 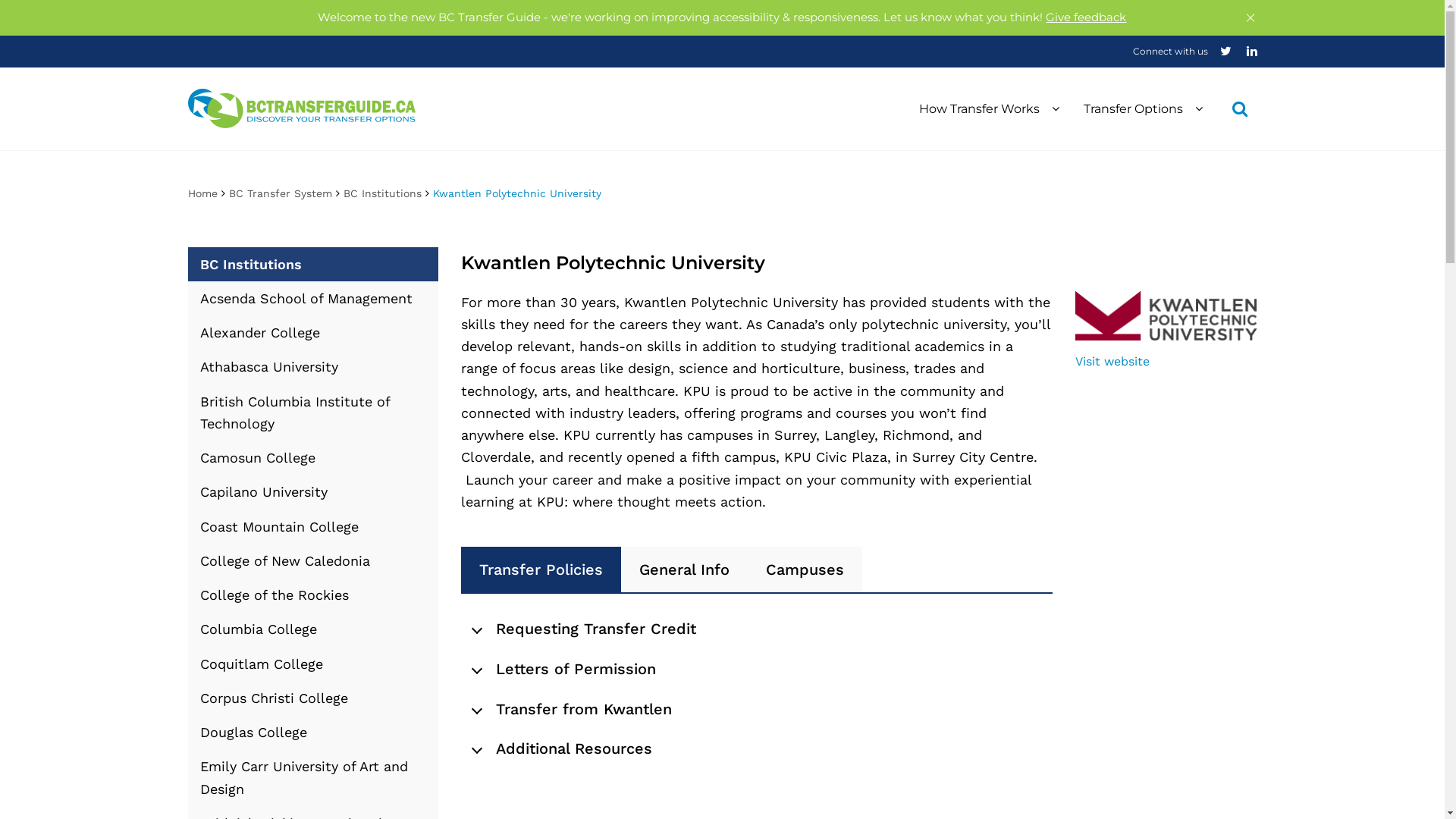 I want to click on 'Home', so click(x=202, y=192).